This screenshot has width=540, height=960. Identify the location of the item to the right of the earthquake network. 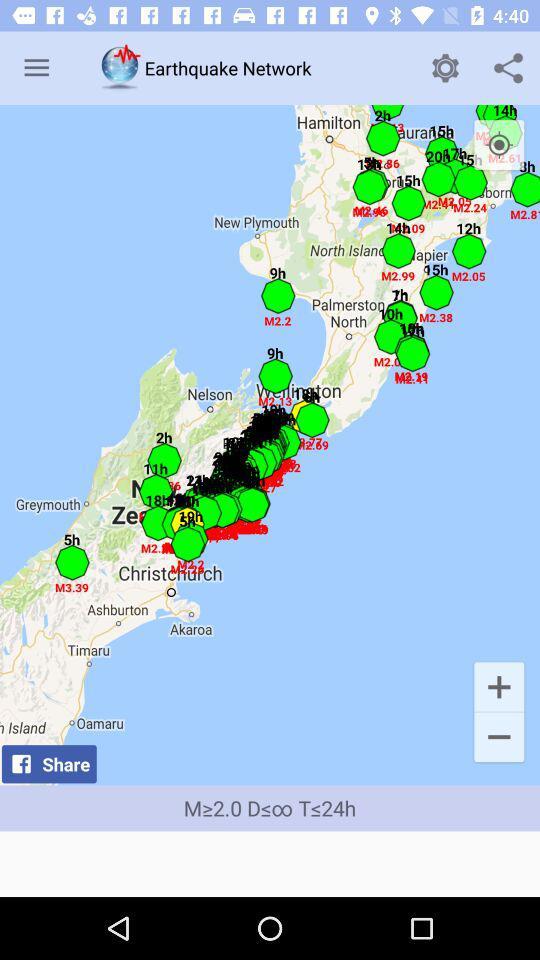
(445, 68).